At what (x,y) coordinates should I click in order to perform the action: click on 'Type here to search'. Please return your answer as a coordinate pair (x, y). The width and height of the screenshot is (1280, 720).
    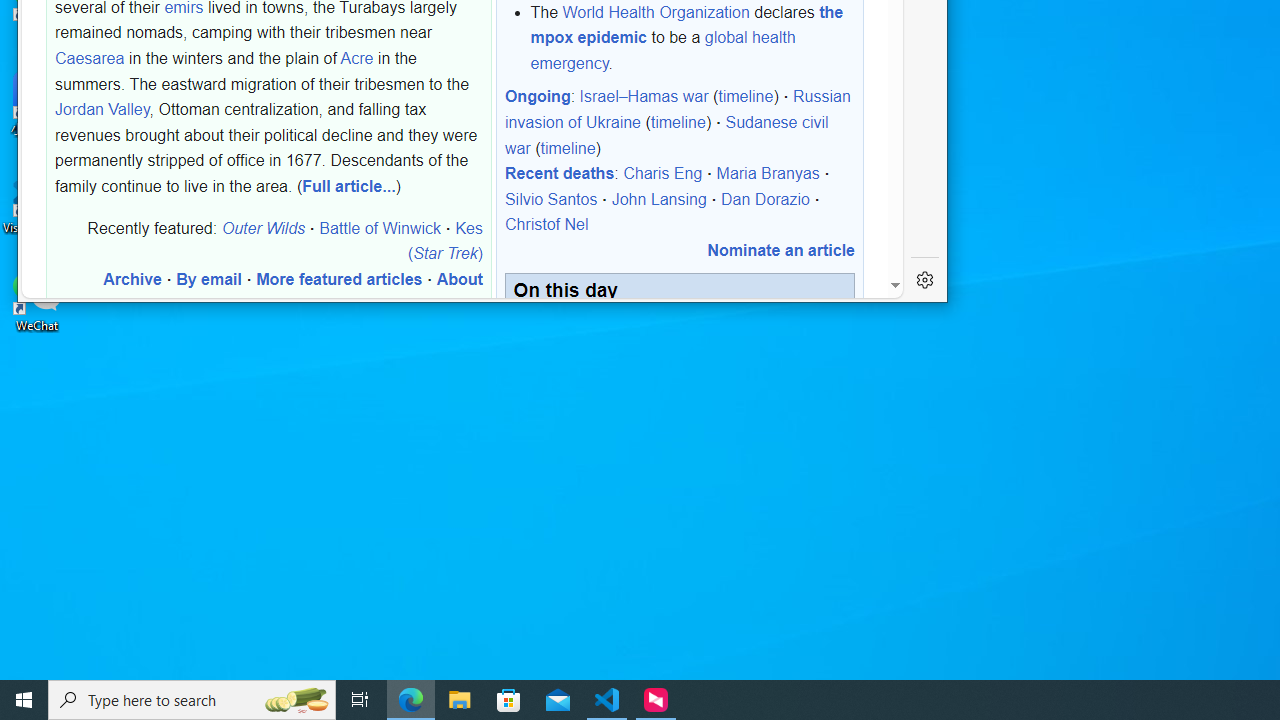
    Looking at the image, I should click on (192, 698).